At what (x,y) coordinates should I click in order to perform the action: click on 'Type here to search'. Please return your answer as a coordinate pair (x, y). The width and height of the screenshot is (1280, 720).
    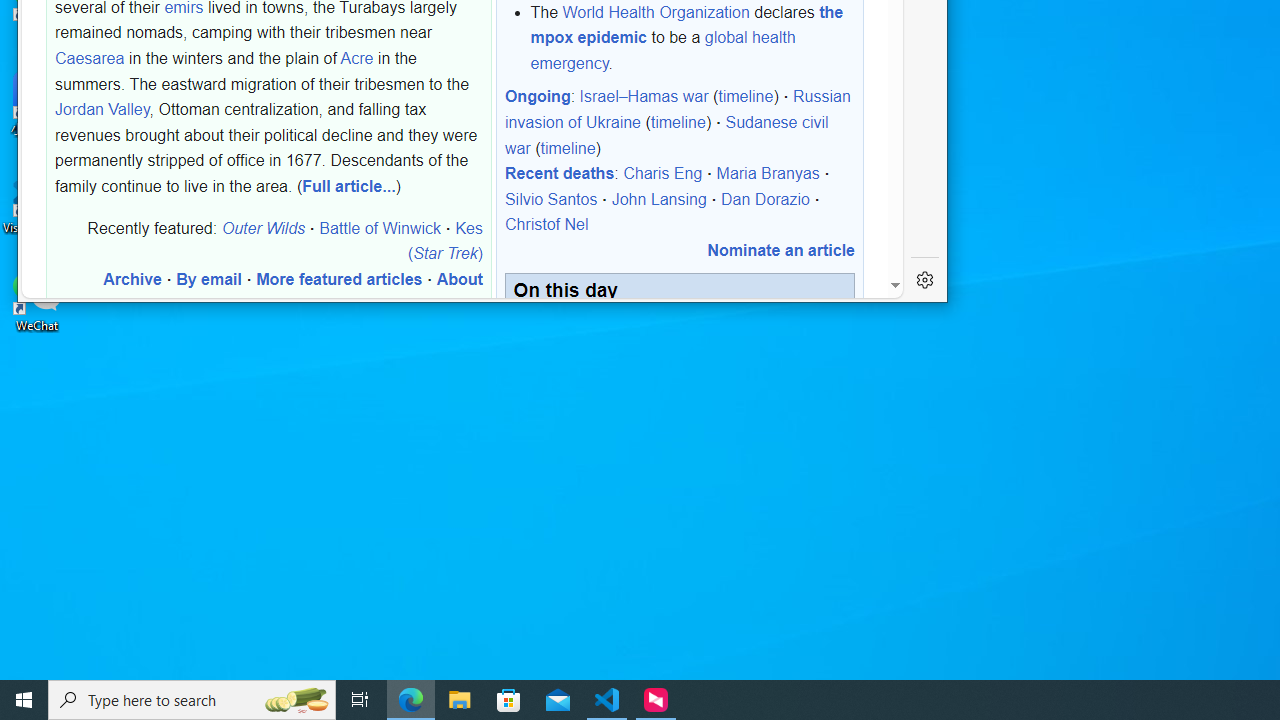
    Looking at the image, I should click on (192, 698).